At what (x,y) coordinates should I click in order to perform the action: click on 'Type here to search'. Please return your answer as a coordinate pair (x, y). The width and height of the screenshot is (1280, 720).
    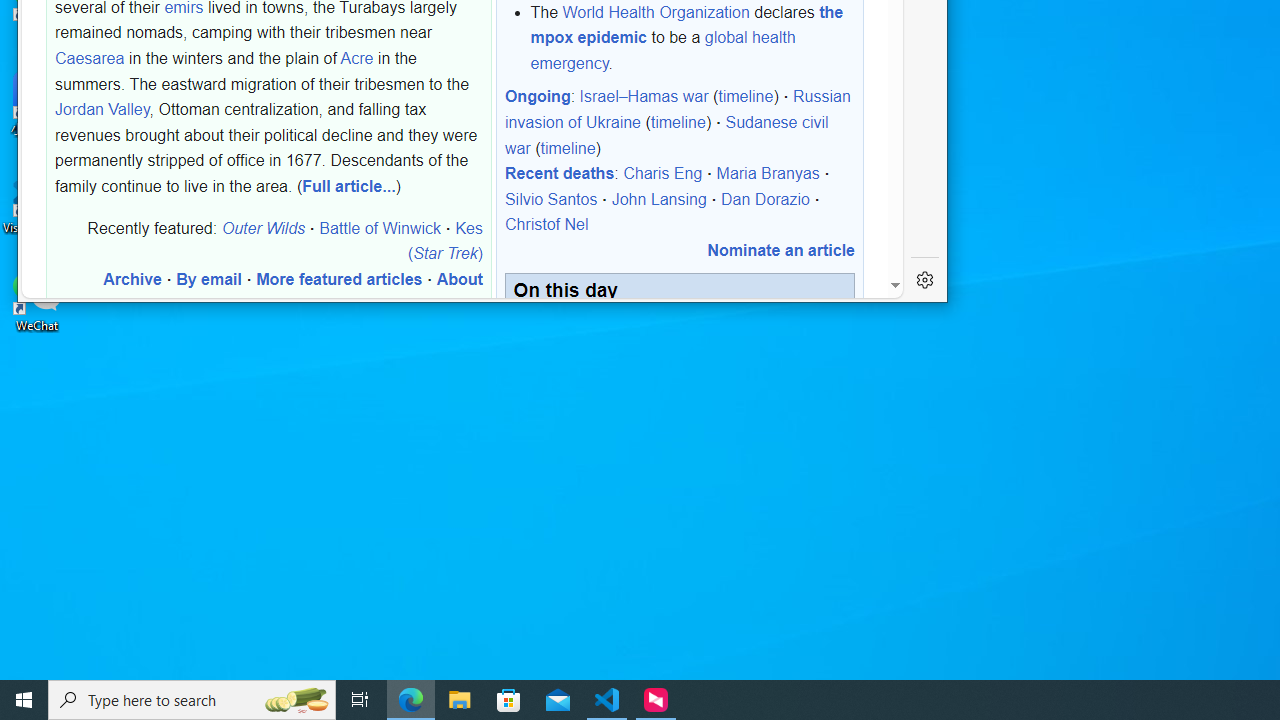
    Looking at the image, I should click on (192, 698).